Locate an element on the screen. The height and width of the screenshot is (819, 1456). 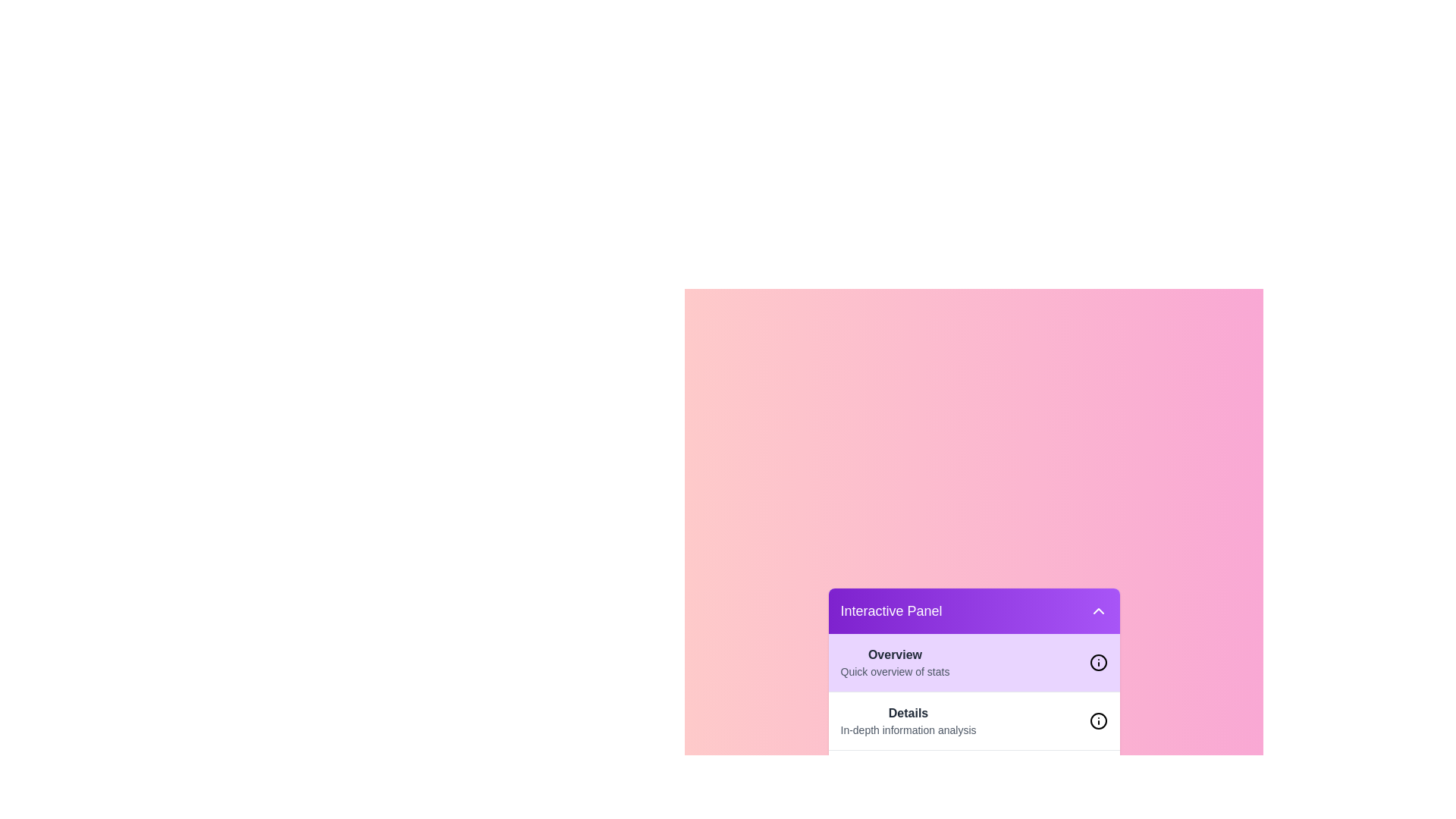
the menu item Overview from the options available is located at coordinates (895, 662).